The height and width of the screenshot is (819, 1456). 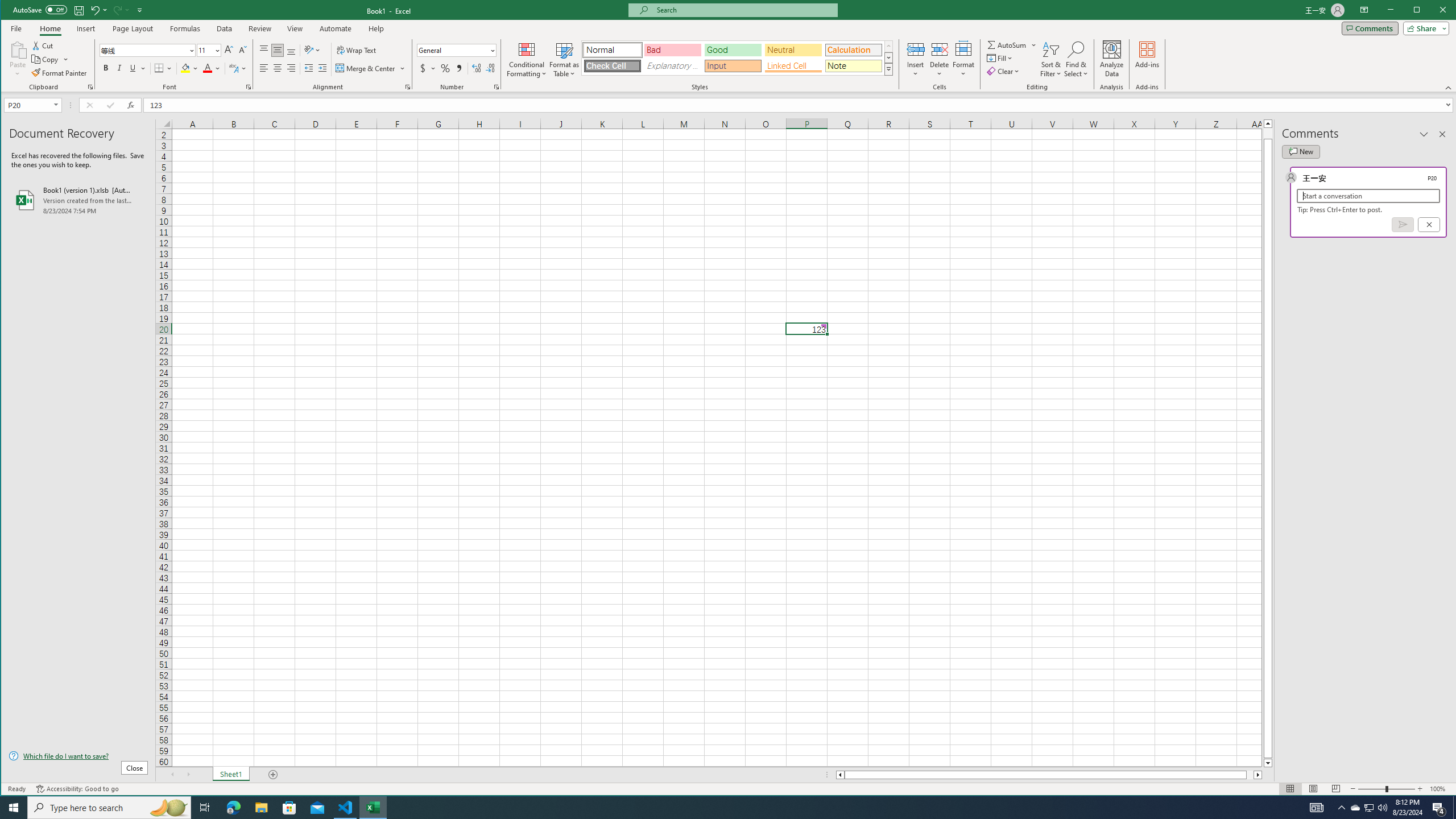 What do you see at coordinates (133, 68) in the screenshot?
I see `'Underline'` at bounding box center [133, 68].